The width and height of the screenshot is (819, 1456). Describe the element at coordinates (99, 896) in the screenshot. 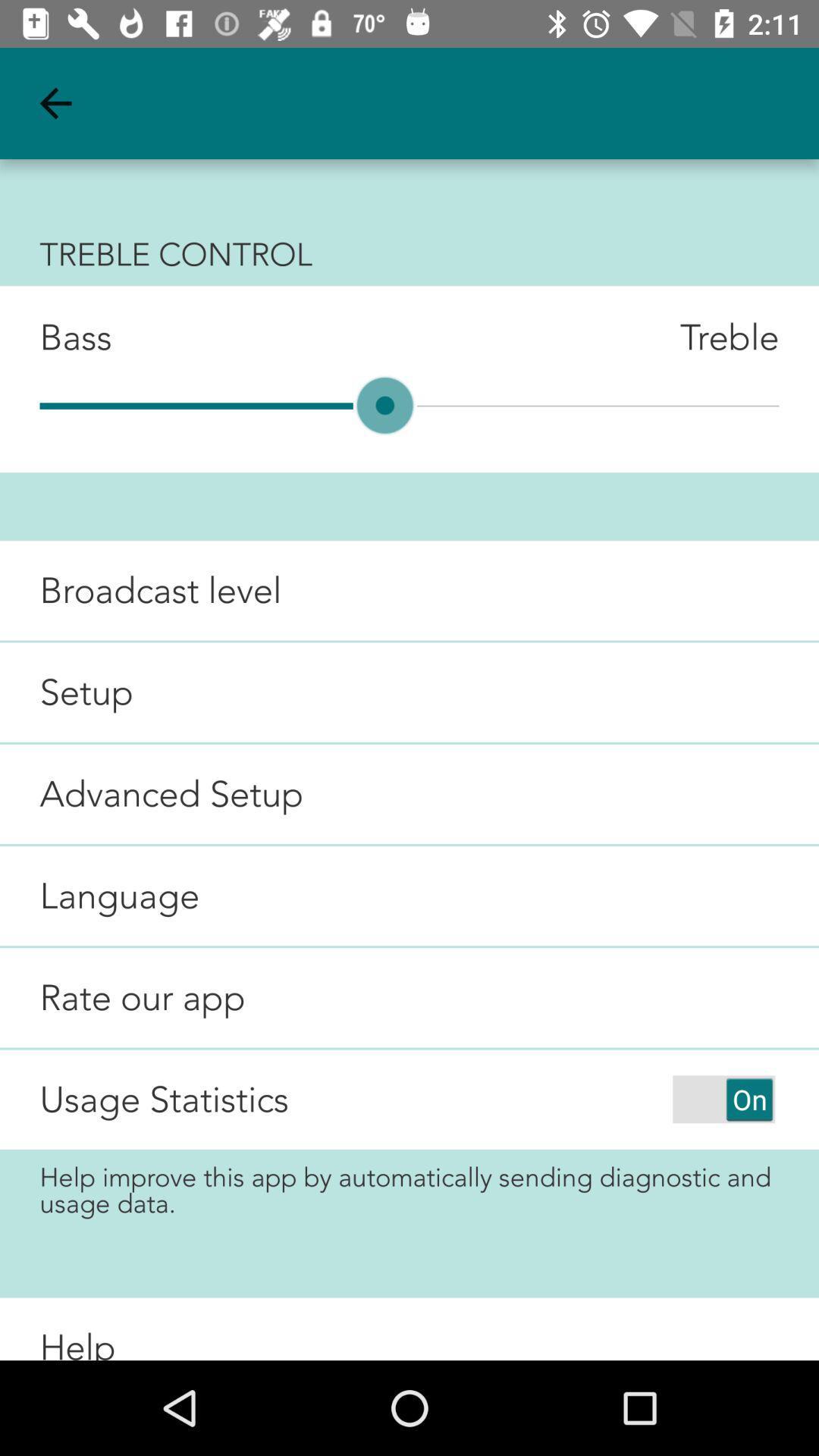

I see `item below advanced setup icon` at that location.